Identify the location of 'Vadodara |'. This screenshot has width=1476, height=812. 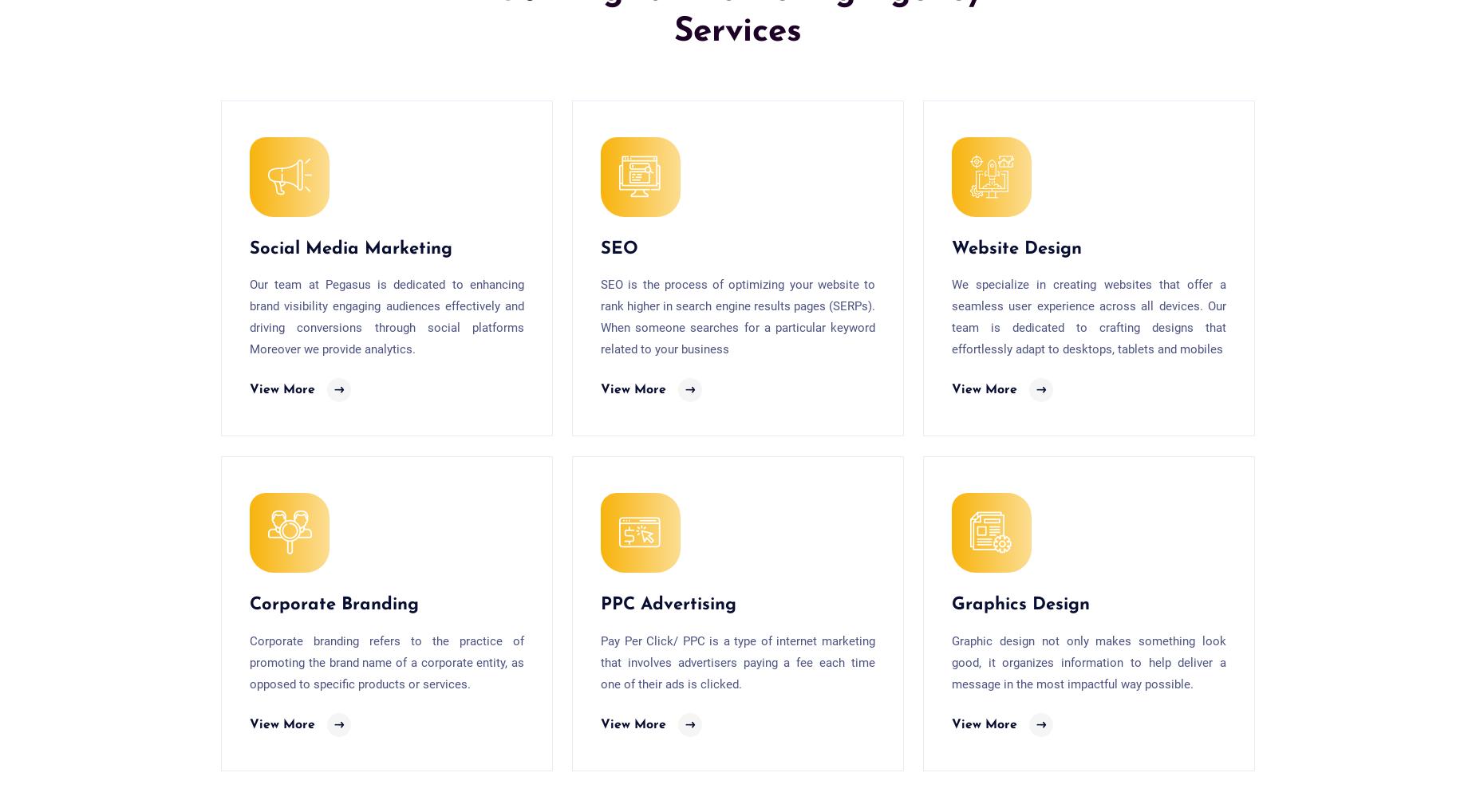
(953, 322).